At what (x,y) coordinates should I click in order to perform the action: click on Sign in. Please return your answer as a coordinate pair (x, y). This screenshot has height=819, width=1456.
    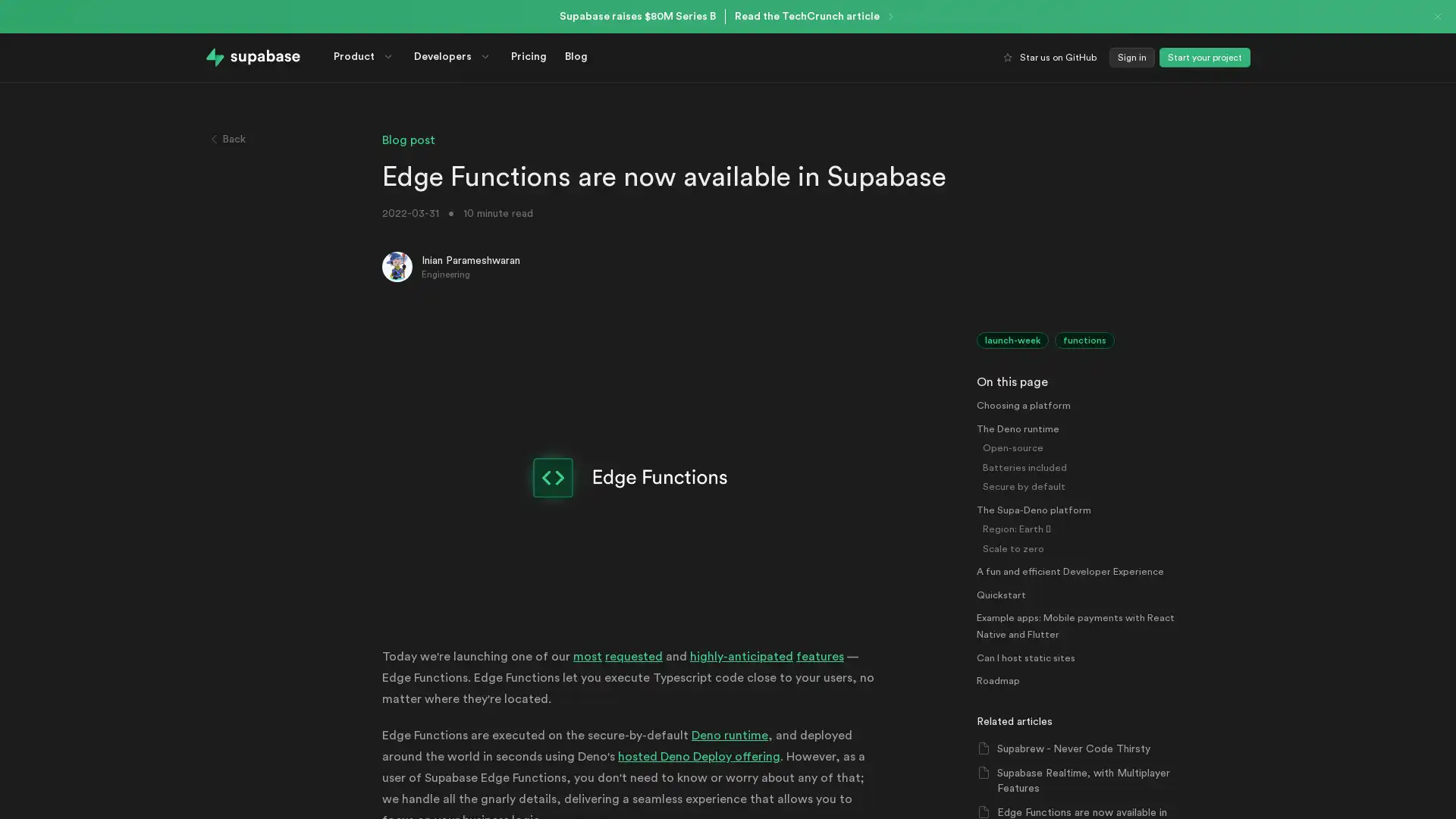
    Looking at the image, I should click on (1131, 57).